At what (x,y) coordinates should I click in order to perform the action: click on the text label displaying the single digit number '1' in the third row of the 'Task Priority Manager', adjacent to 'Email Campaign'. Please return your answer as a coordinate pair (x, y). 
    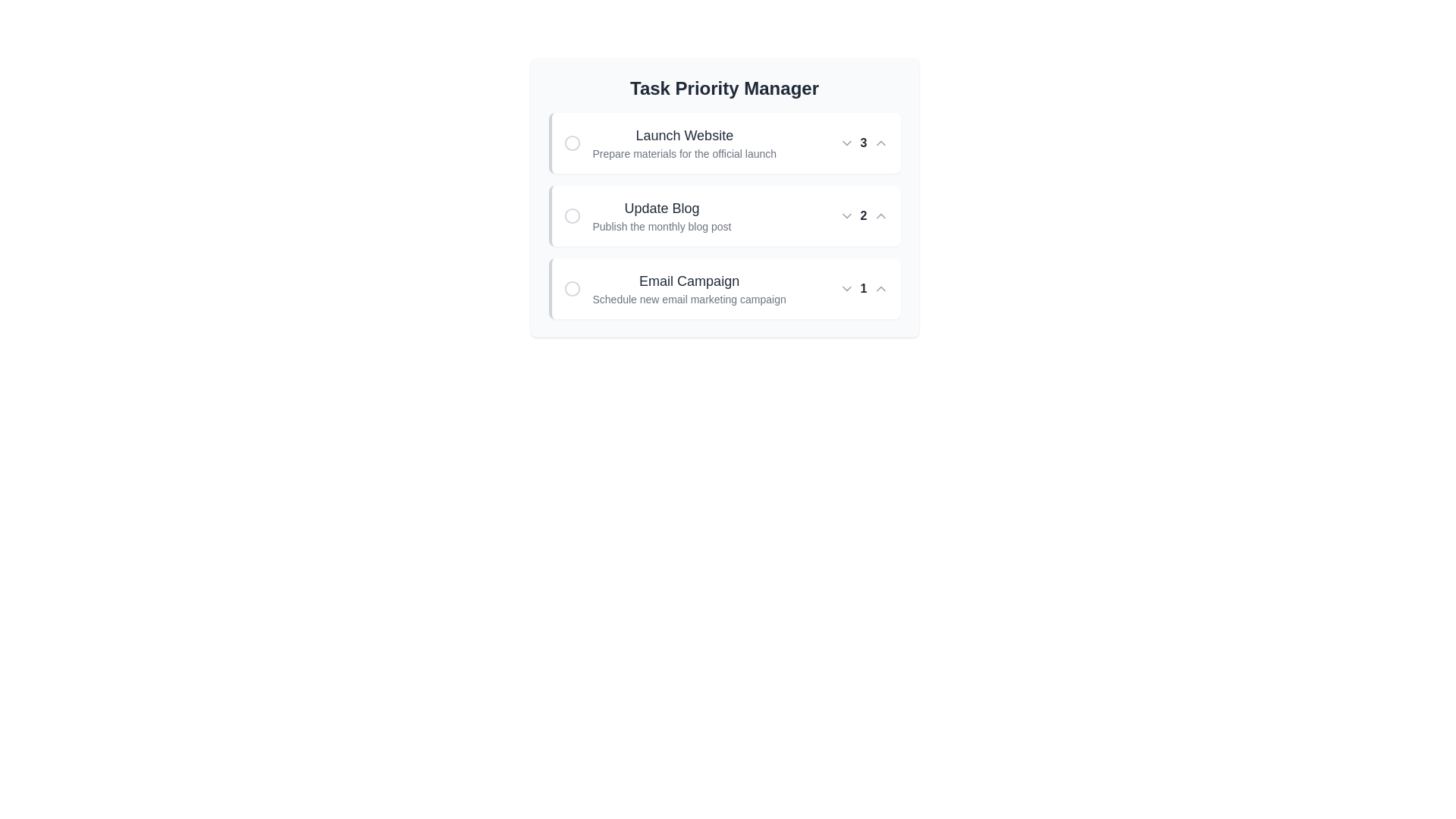
    Looking at the image, I should click on (864, 289).